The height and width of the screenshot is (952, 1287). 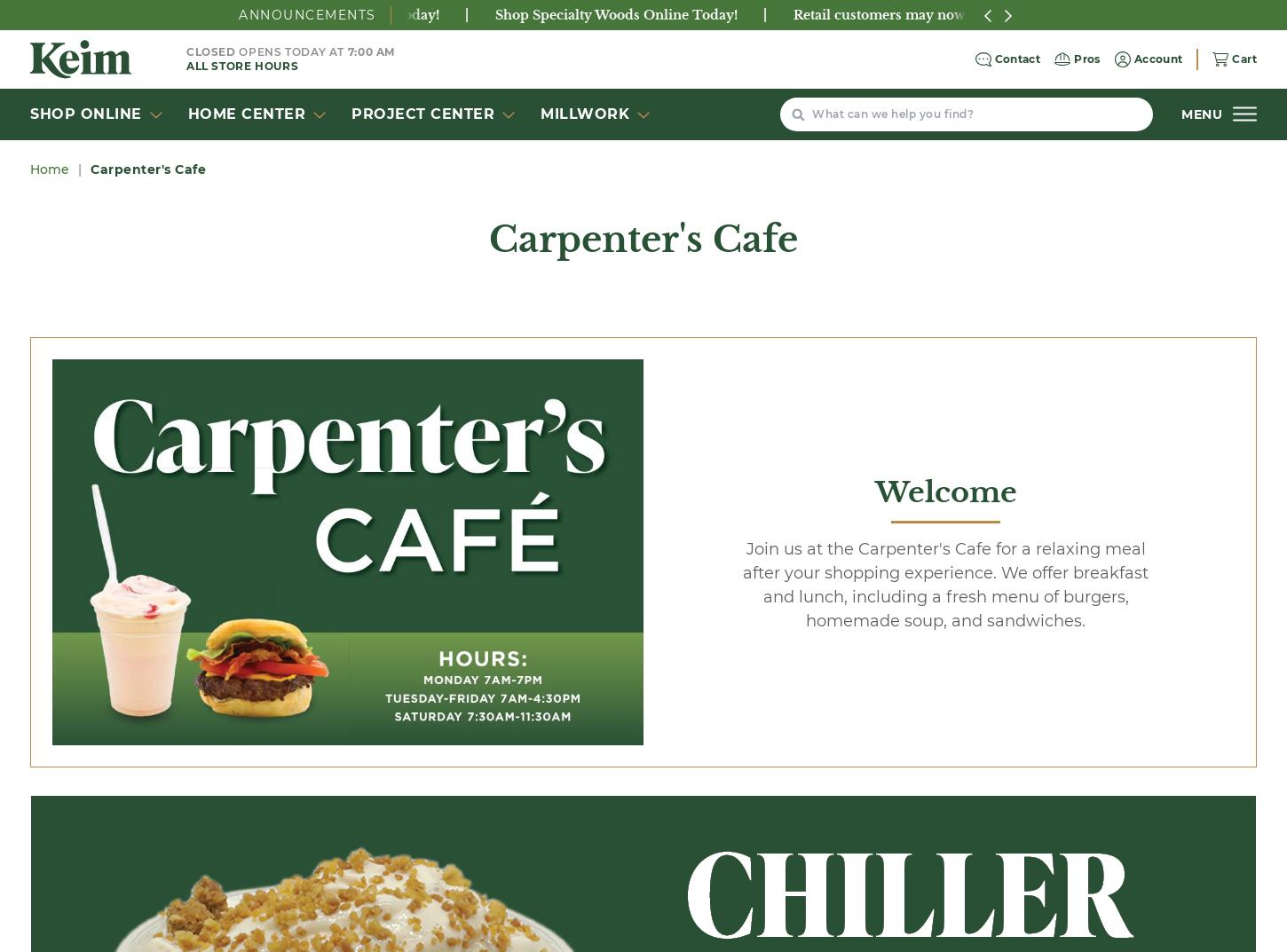 I want to click on 'Hot Tea.................................................... $2.00.........$2.50', so click(x=517, y=640).